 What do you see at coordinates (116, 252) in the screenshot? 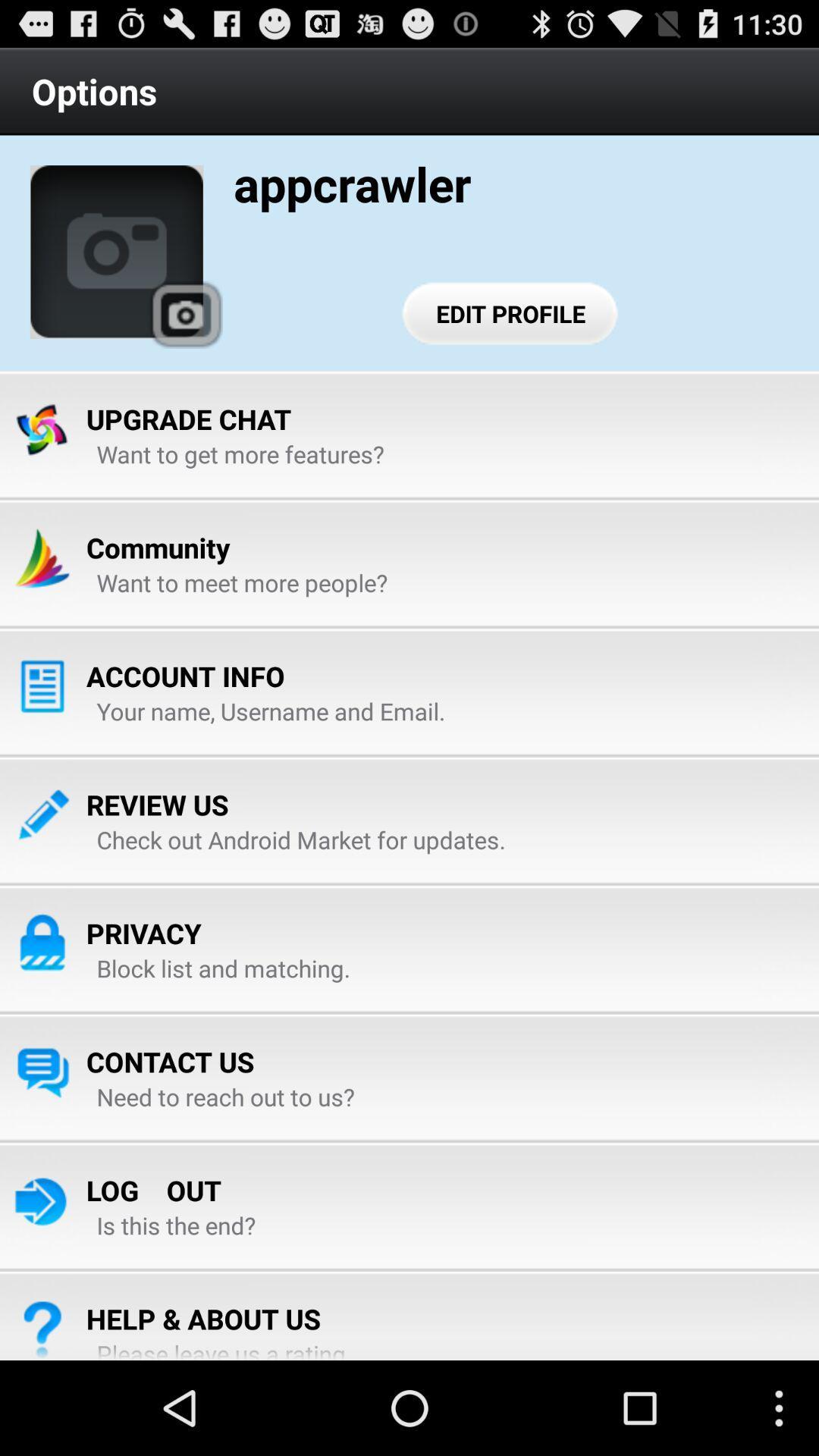
I see `profile photo` at bounding box center [116, 252].